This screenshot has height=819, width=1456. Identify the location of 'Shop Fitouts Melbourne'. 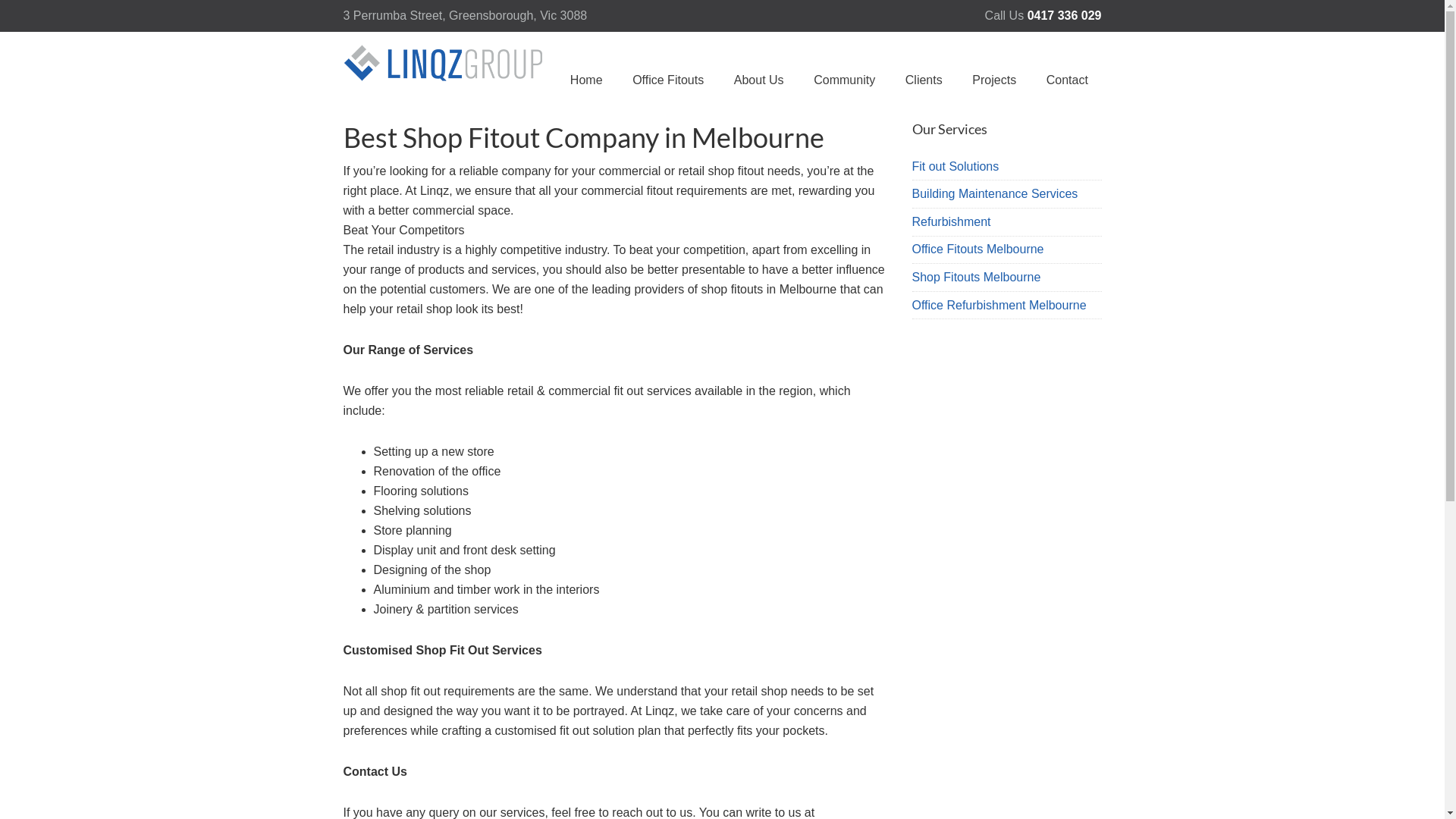
(1006, 278).